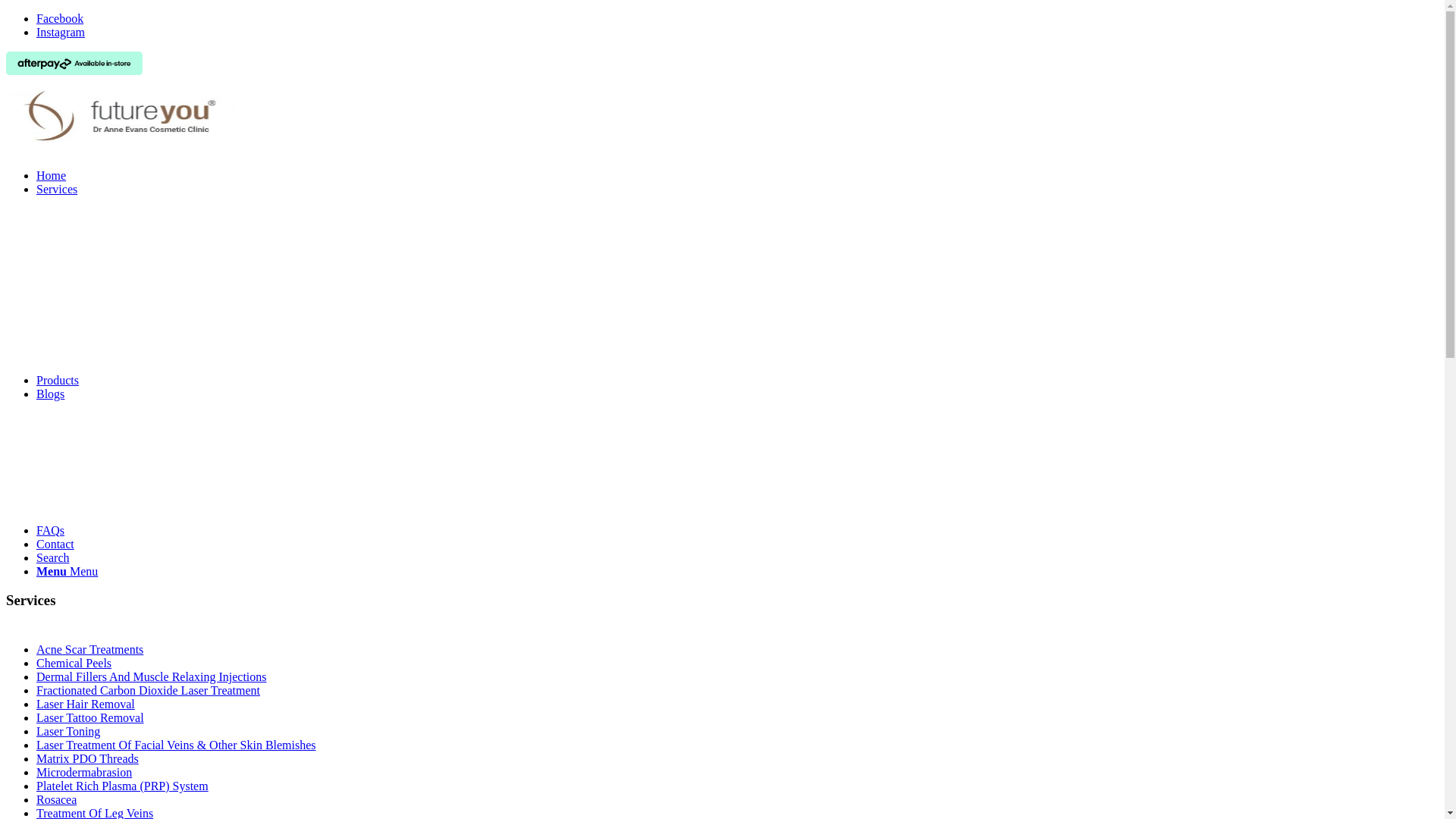 Image resolution: width=1456 pixels, height=819 pixels. Describe the element at coordinates (66, 571) in the screenshot. I see `'Menu Menu'` at that location.